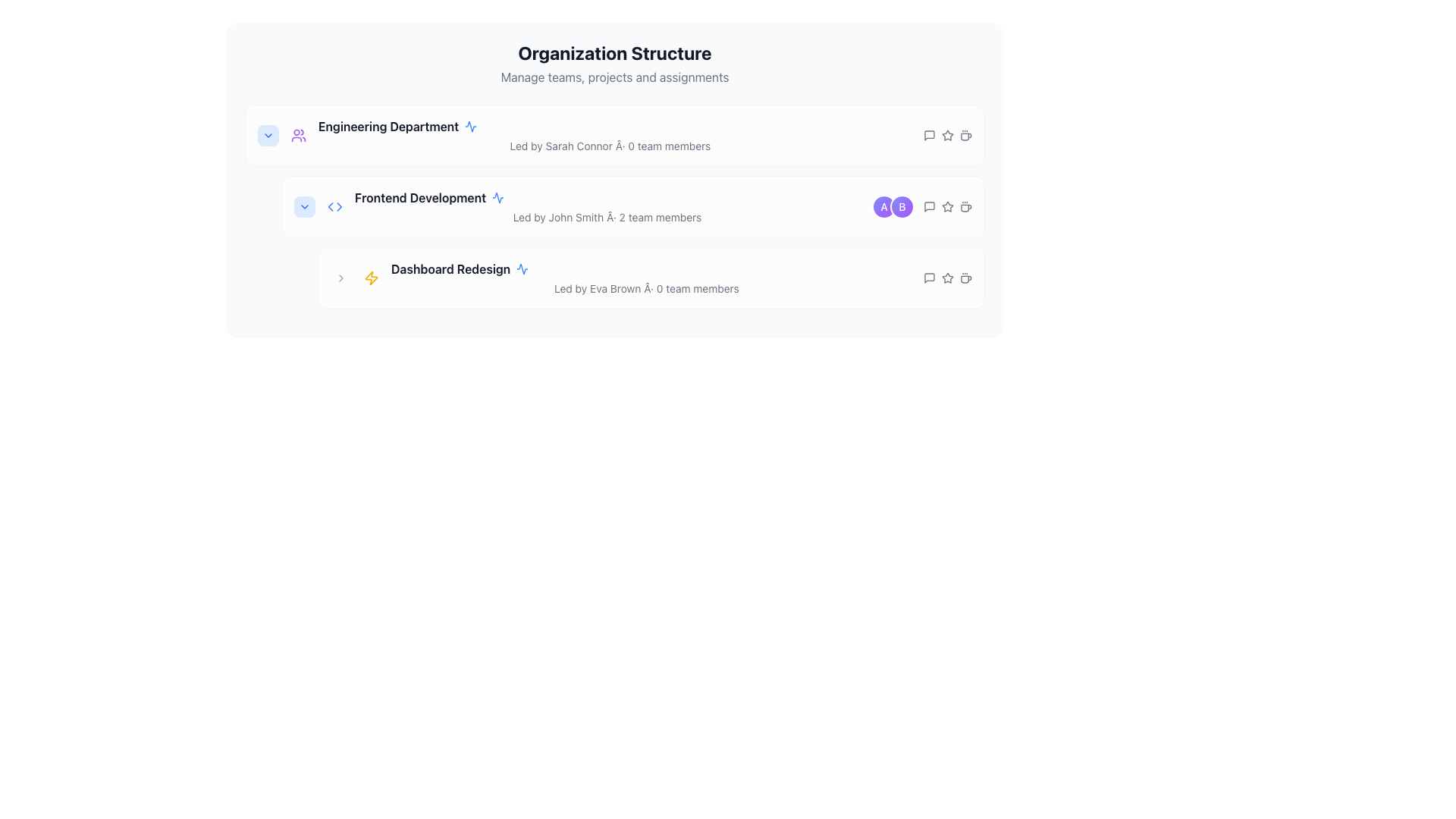  I want to click on the text label that reads 'Led by Eva Brown · 0 team members', located directly under the 'Dashboard Redesign' title, so click(647, 289).